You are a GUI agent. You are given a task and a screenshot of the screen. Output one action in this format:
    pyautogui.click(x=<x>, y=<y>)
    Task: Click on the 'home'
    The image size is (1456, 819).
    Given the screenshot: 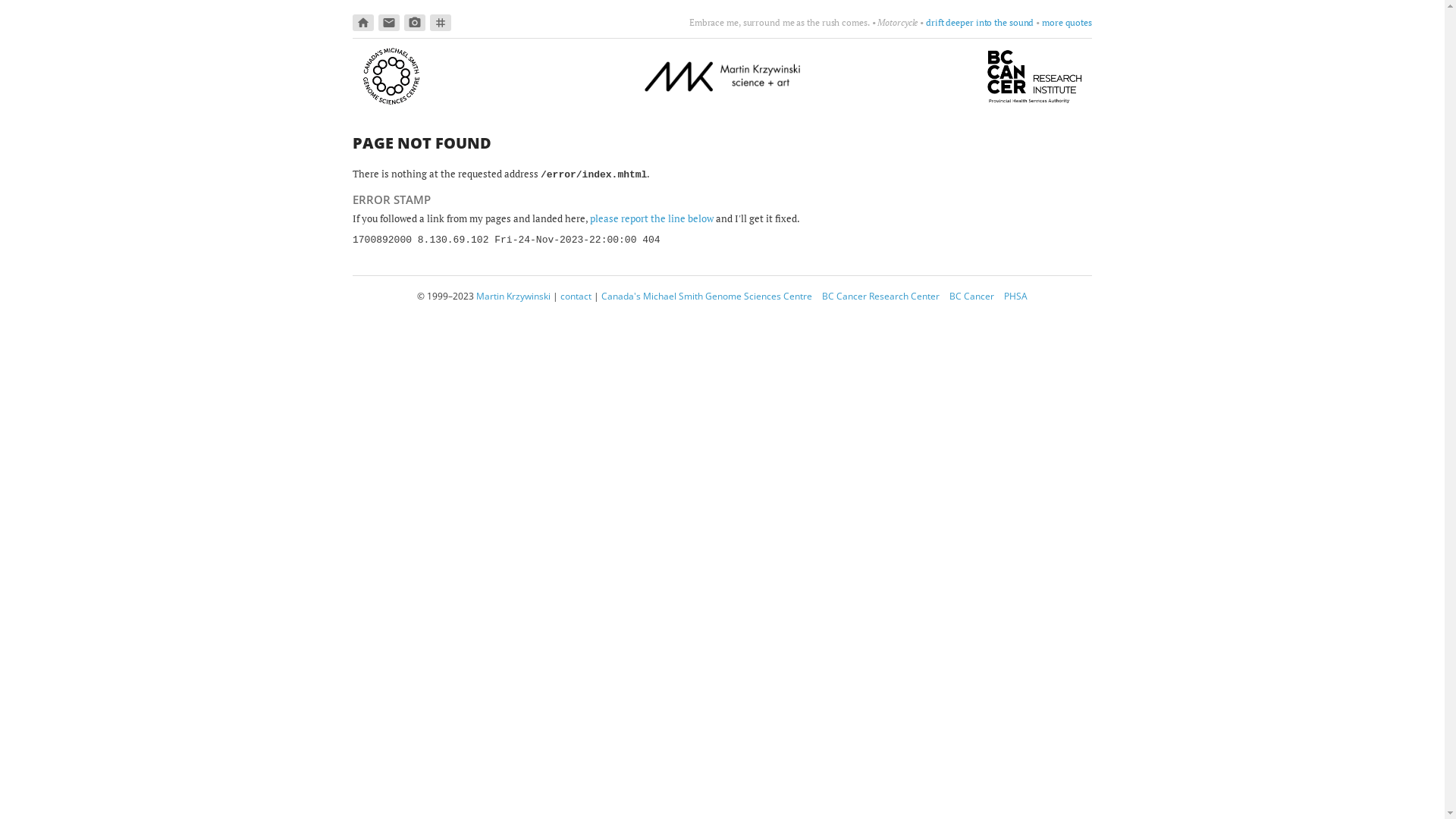 What is the action you would take?
    pyautogui.click(x=362, y=23)
    